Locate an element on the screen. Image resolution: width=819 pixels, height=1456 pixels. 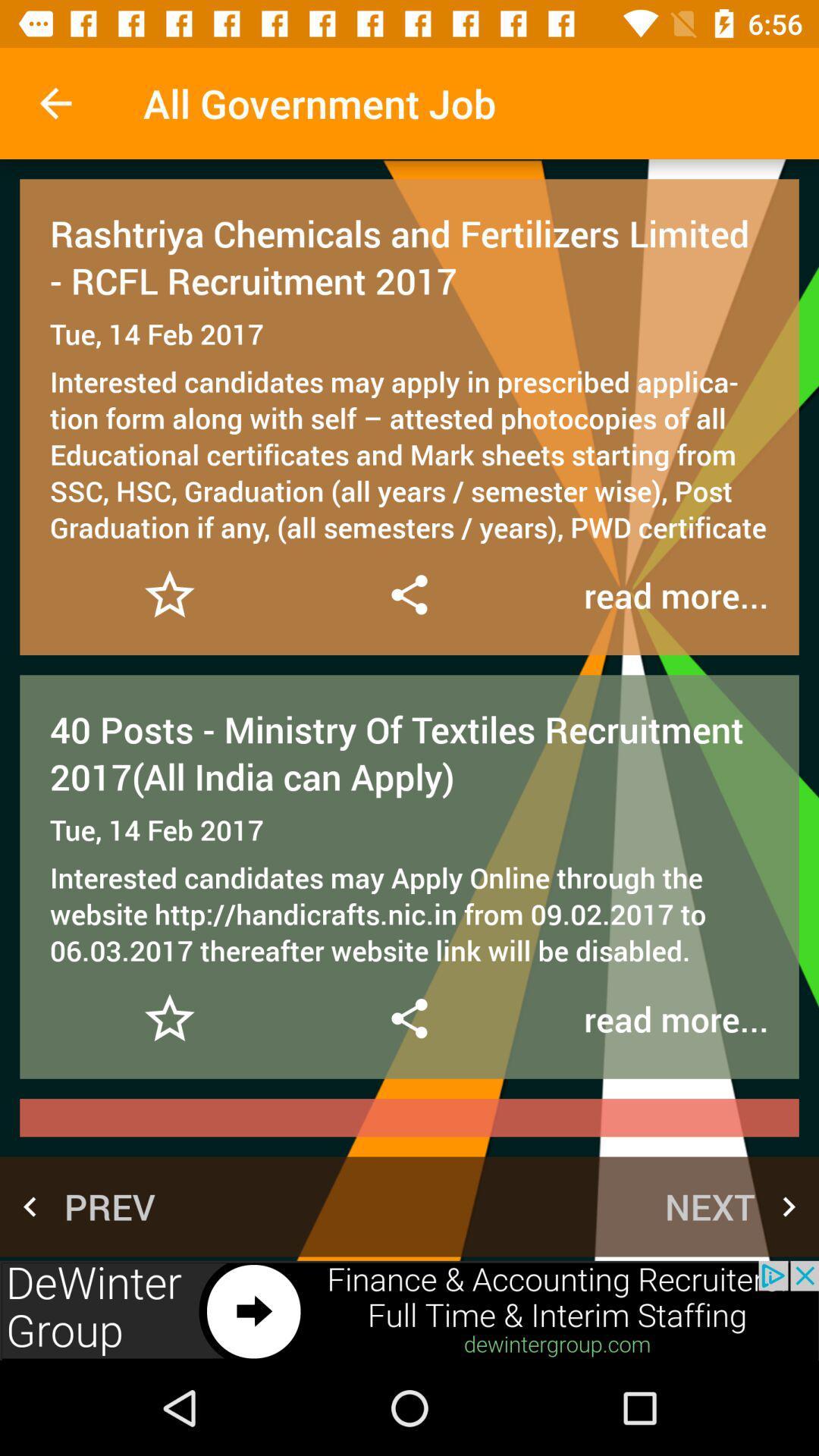
the advertisement is located at coordinates (409, 1310).